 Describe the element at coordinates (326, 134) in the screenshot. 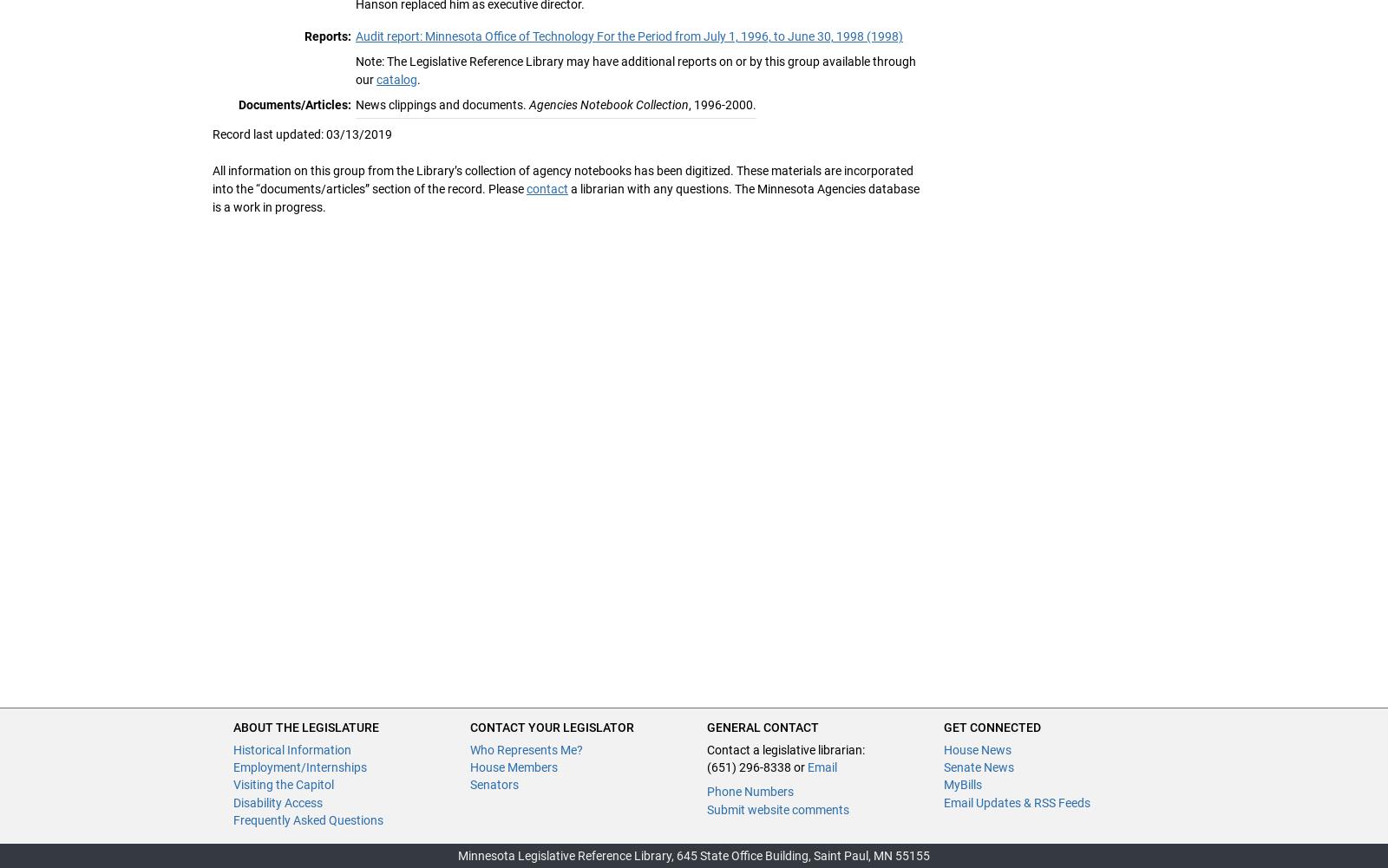

I see `'03/13/2019'` at that location.